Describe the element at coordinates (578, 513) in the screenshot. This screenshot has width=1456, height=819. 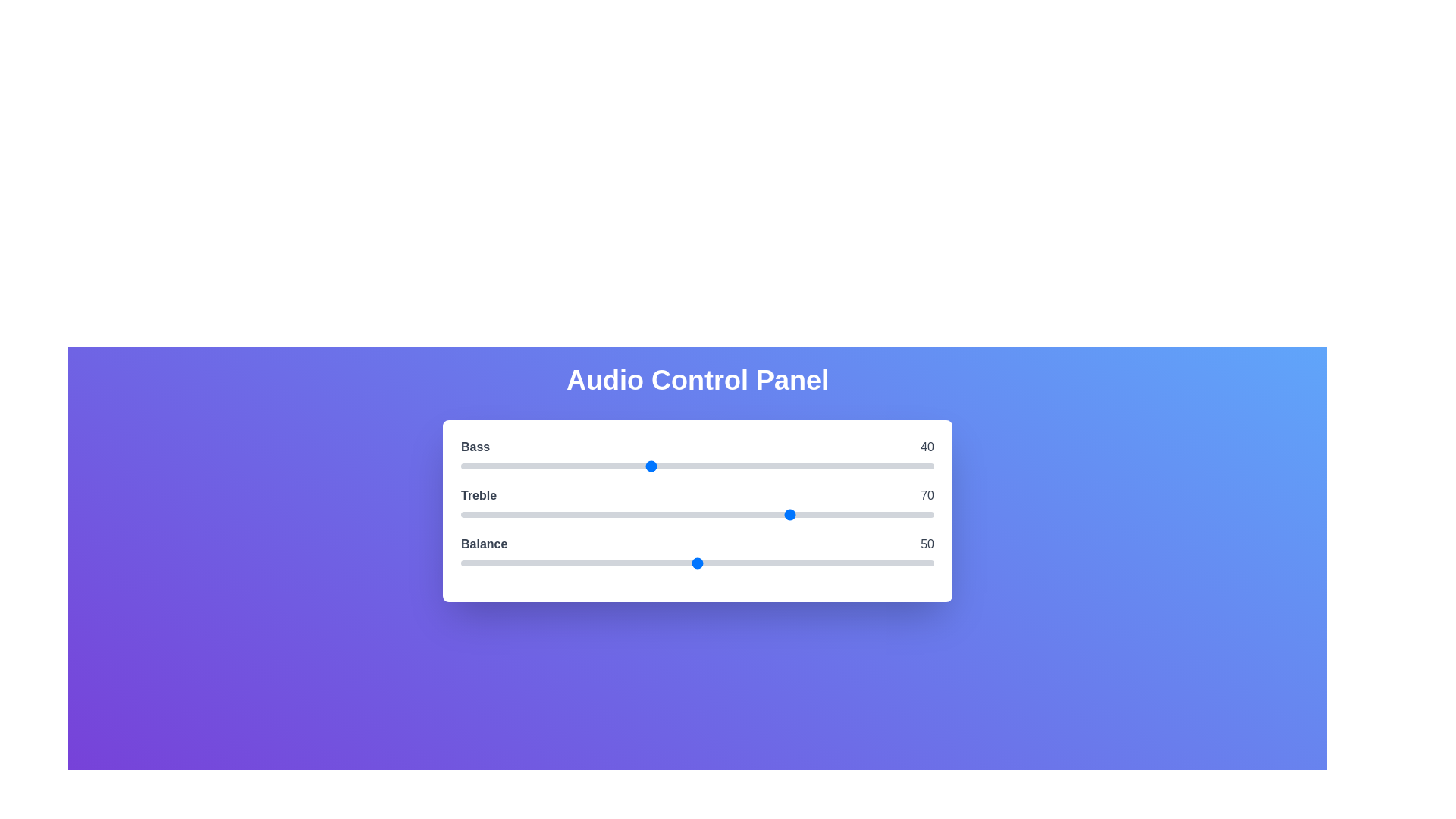
I see `the 1 slider to 25` at that location.